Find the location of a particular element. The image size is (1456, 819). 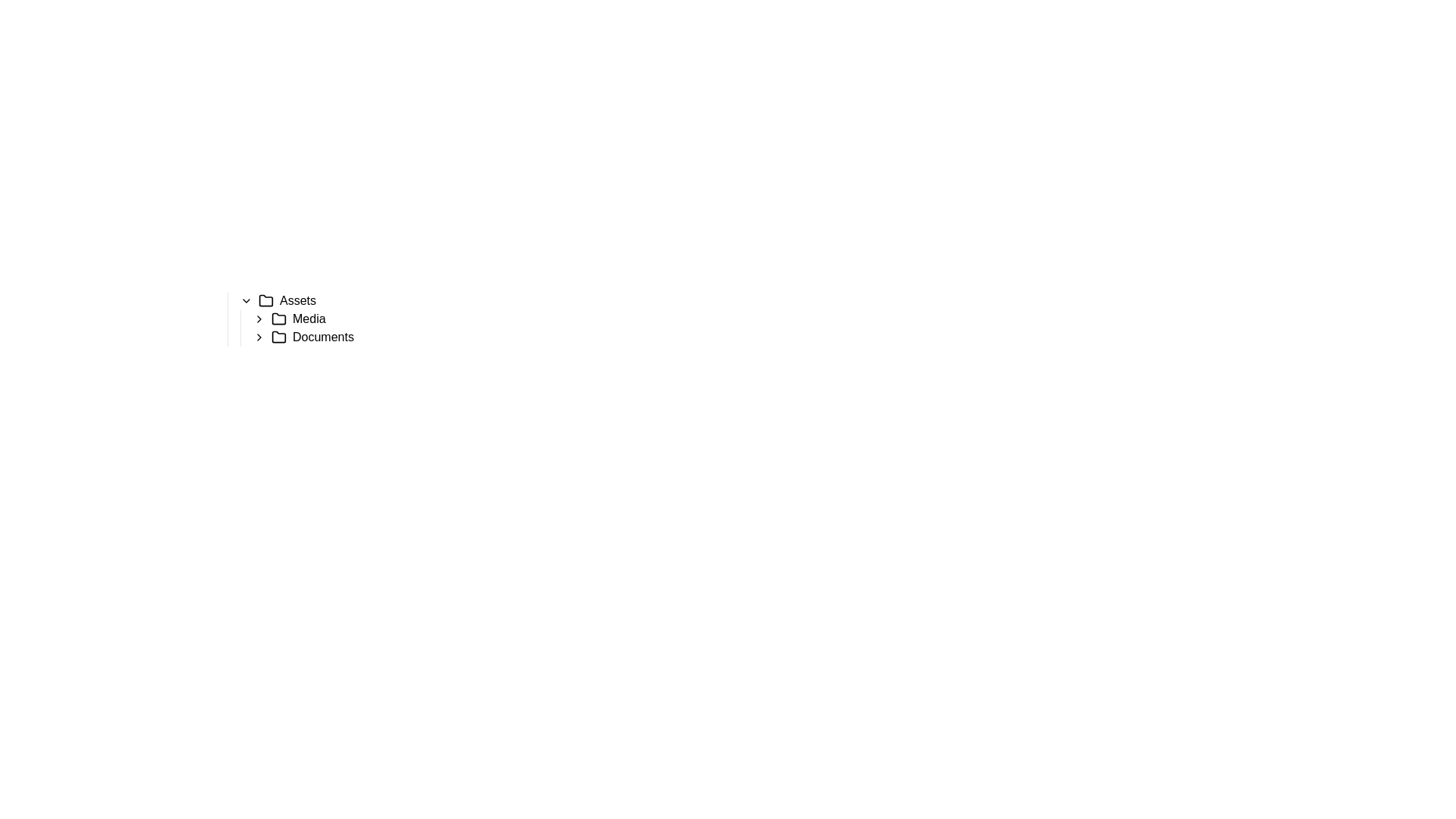

the folder icon that visually represents a grouping or storing function, positioned to the right of the chevron icon and to the left of the 'Assets' label is located at coordinates (265, 301).